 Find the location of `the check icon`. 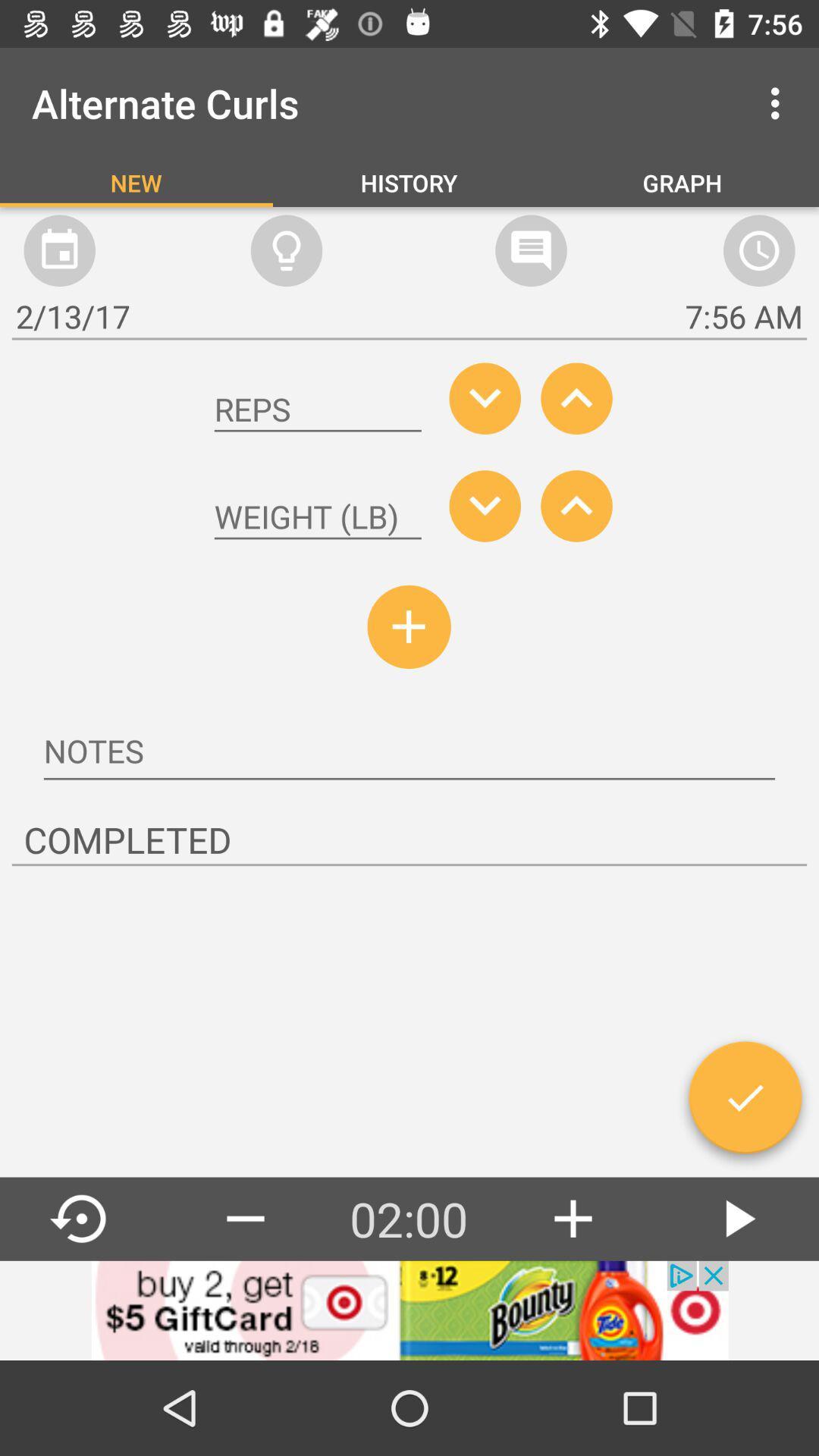

the check icon is located at coordinates (744, 1103).